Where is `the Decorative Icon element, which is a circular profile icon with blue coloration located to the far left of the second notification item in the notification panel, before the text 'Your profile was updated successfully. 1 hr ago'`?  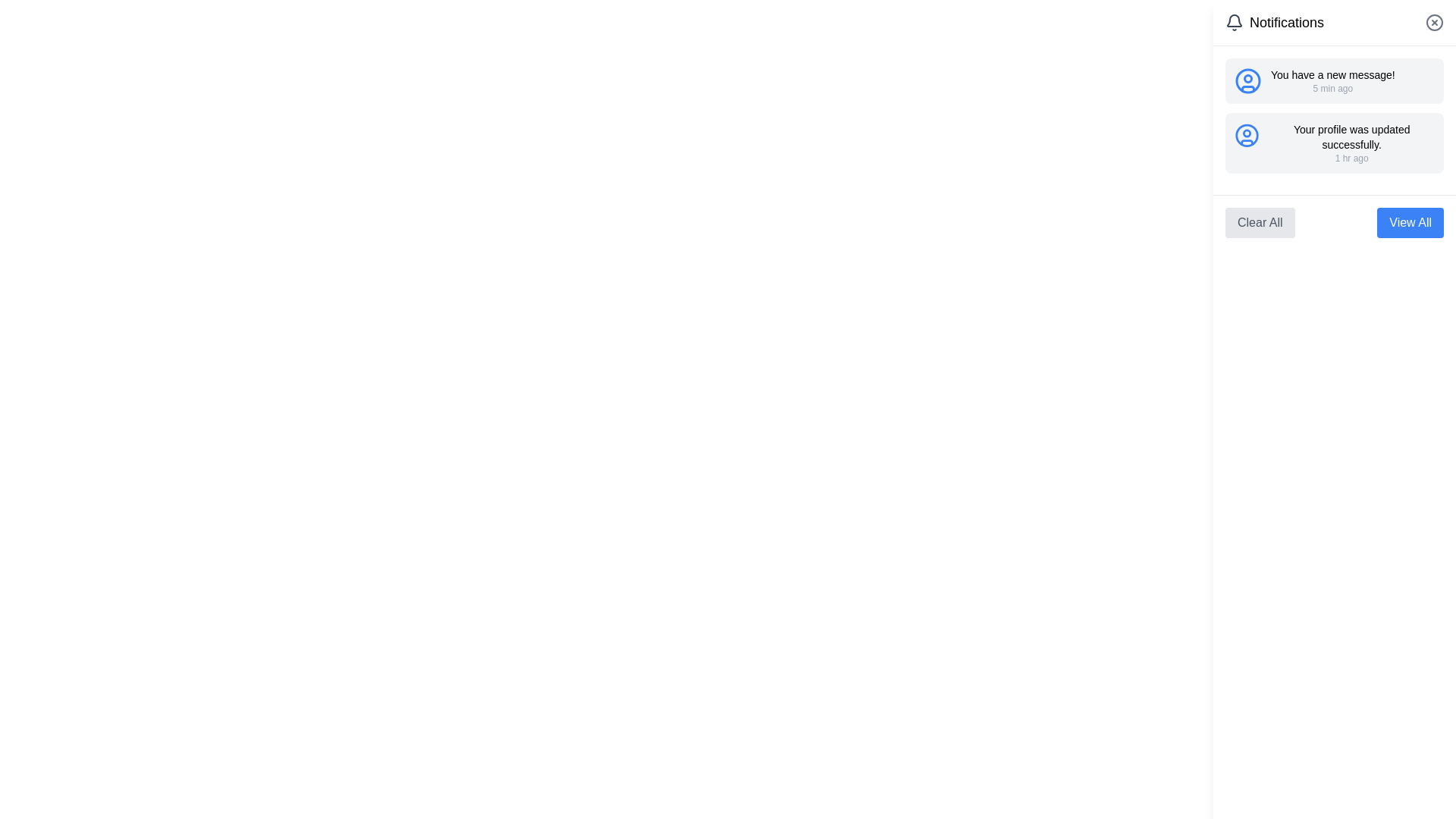
the Decorative Icon element, which is a circular profile icon with blue coloration located to the far left of the second notification item in the notification panel, before the text 'Your profile was updated successfully. 1 hr ago' is located at coordinates (1247, 134).